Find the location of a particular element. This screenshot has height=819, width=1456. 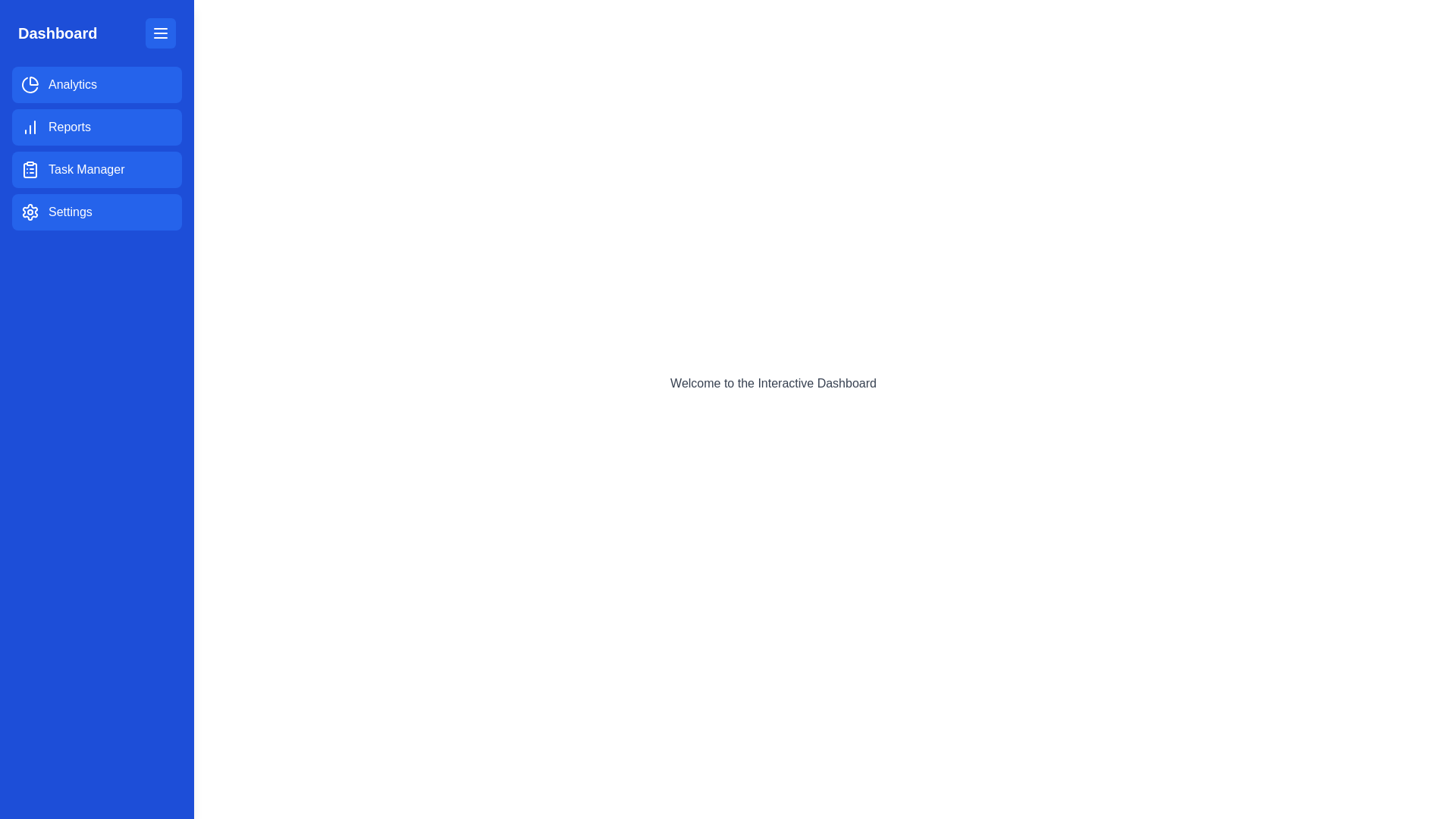

the menu item labeled Task Manager in the drawer is located at coordinates (96, 169).